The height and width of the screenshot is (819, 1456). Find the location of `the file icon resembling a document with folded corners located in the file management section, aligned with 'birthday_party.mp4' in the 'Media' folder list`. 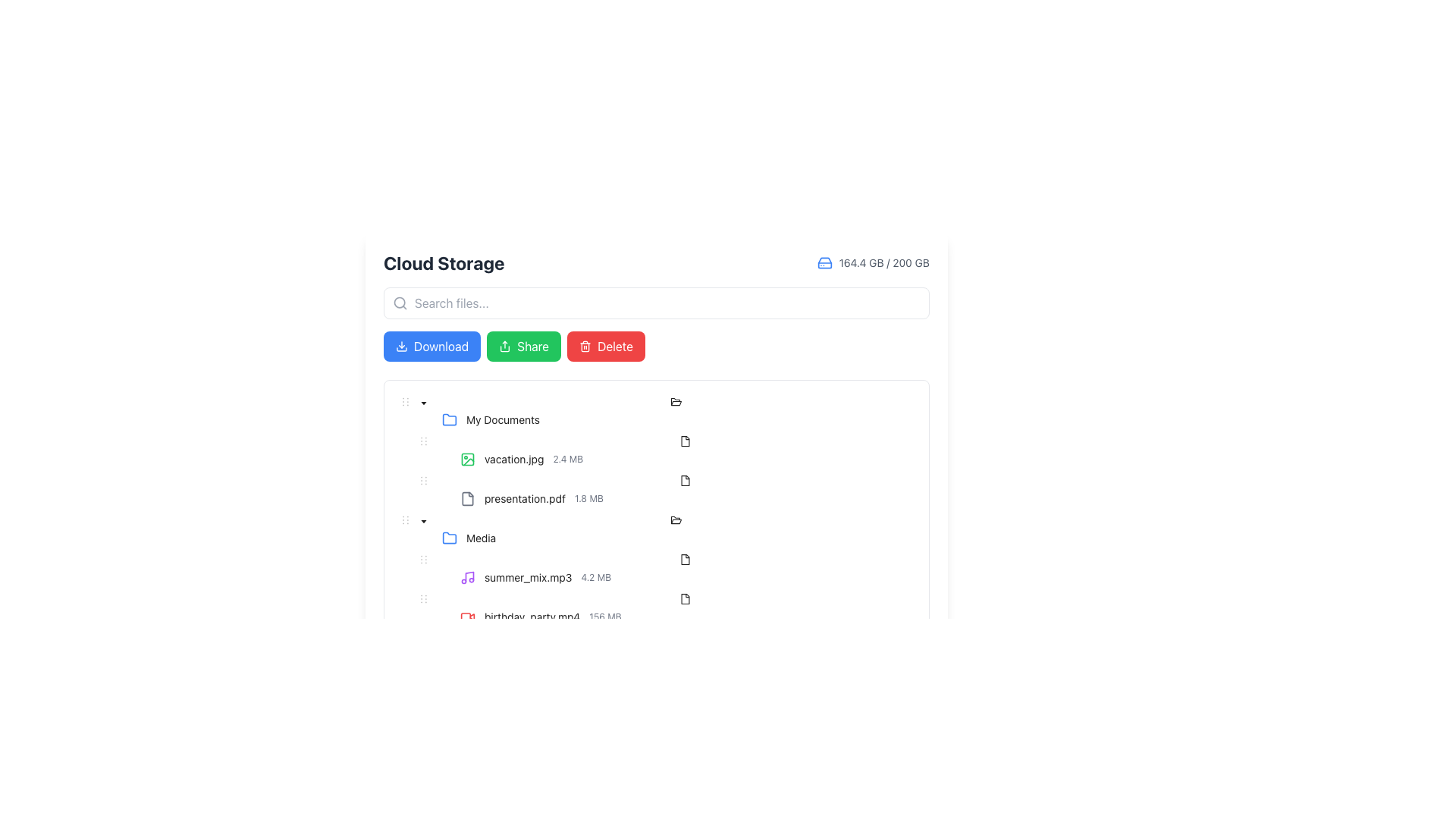

the file icon resembling a document with folded corners located in the file management section, aligned with 'birthday_party.mp4' in the 'Media' folder list is located at coordinates (684, 558).